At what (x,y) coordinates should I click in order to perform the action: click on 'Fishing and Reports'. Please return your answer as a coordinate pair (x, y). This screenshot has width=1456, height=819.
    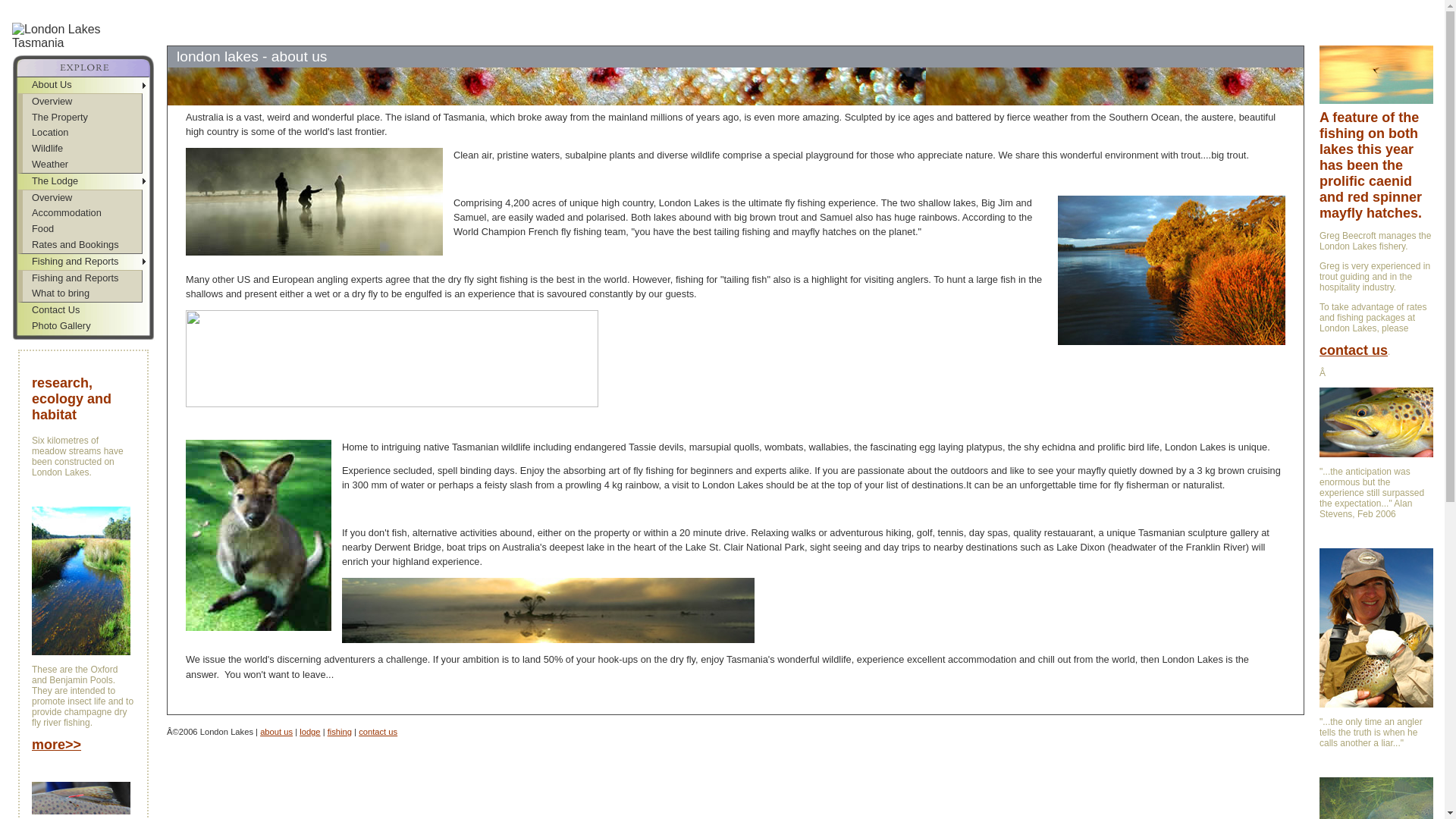
    Looking at the image, I should click on (81, 278).